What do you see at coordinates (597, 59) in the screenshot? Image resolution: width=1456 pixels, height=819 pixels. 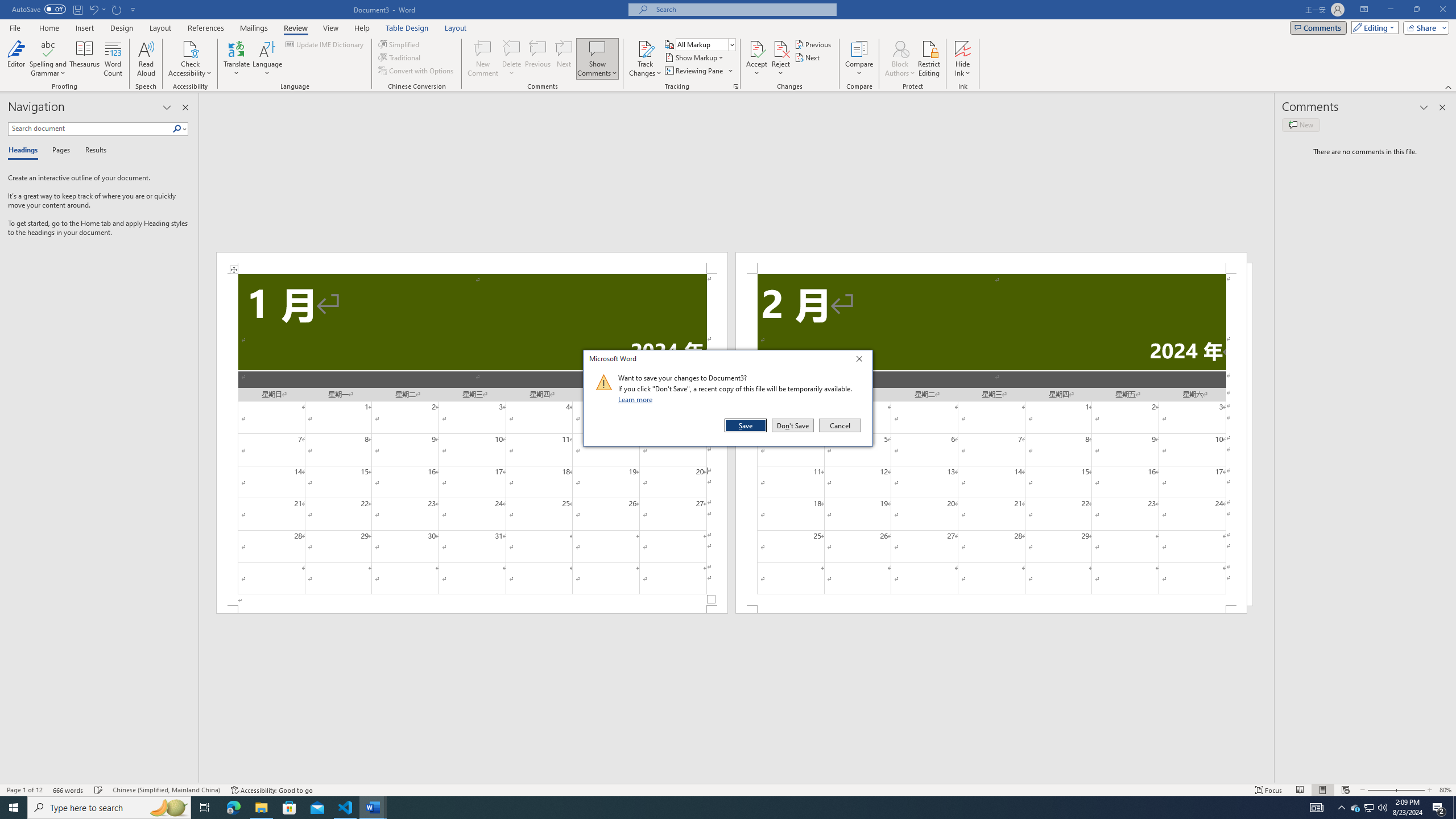 I see `'Show Comments'` at bounding box center [597, 59].